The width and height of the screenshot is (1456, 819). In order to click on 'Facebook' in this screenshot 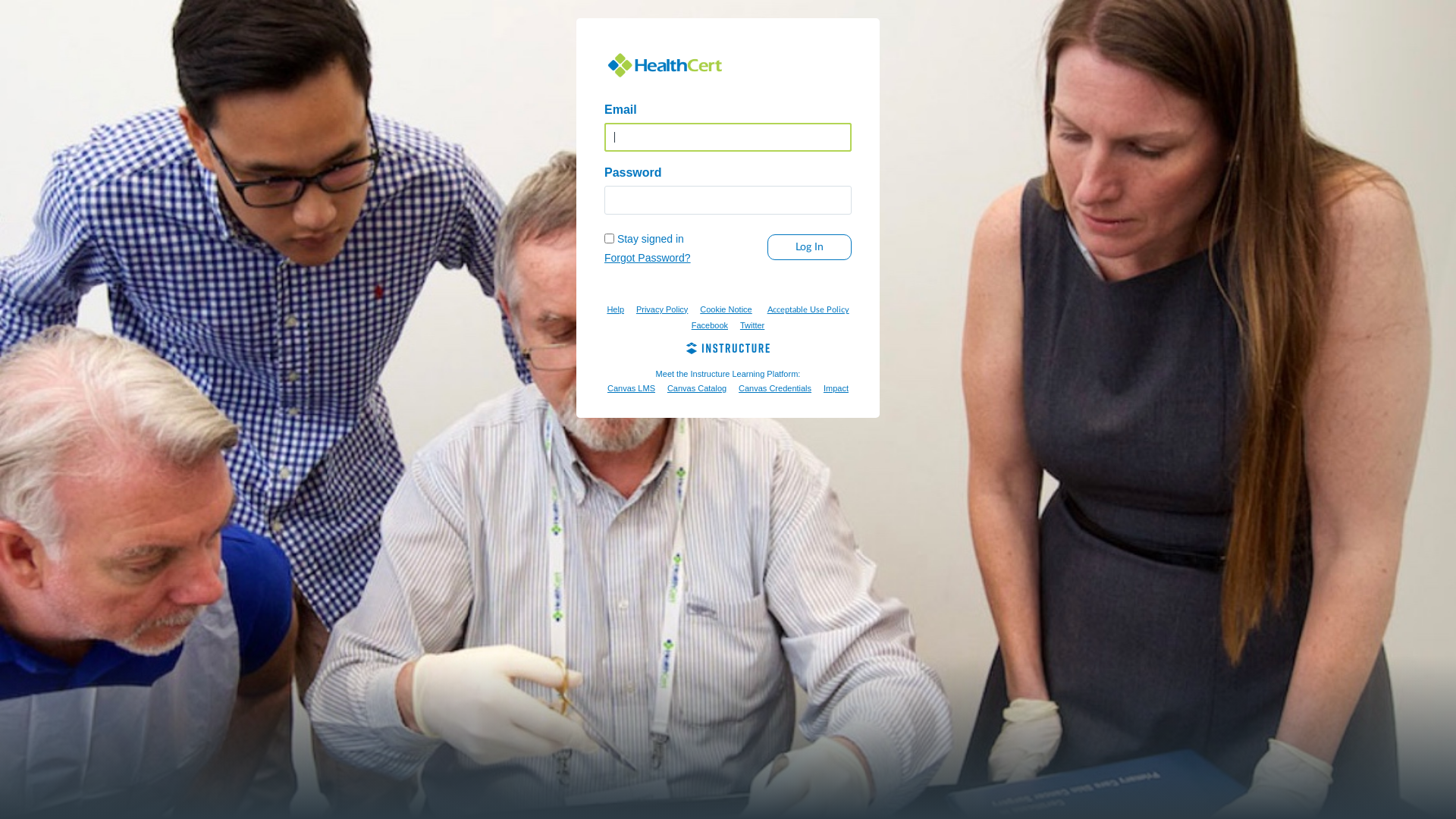, I will do `click(686, 324)`.